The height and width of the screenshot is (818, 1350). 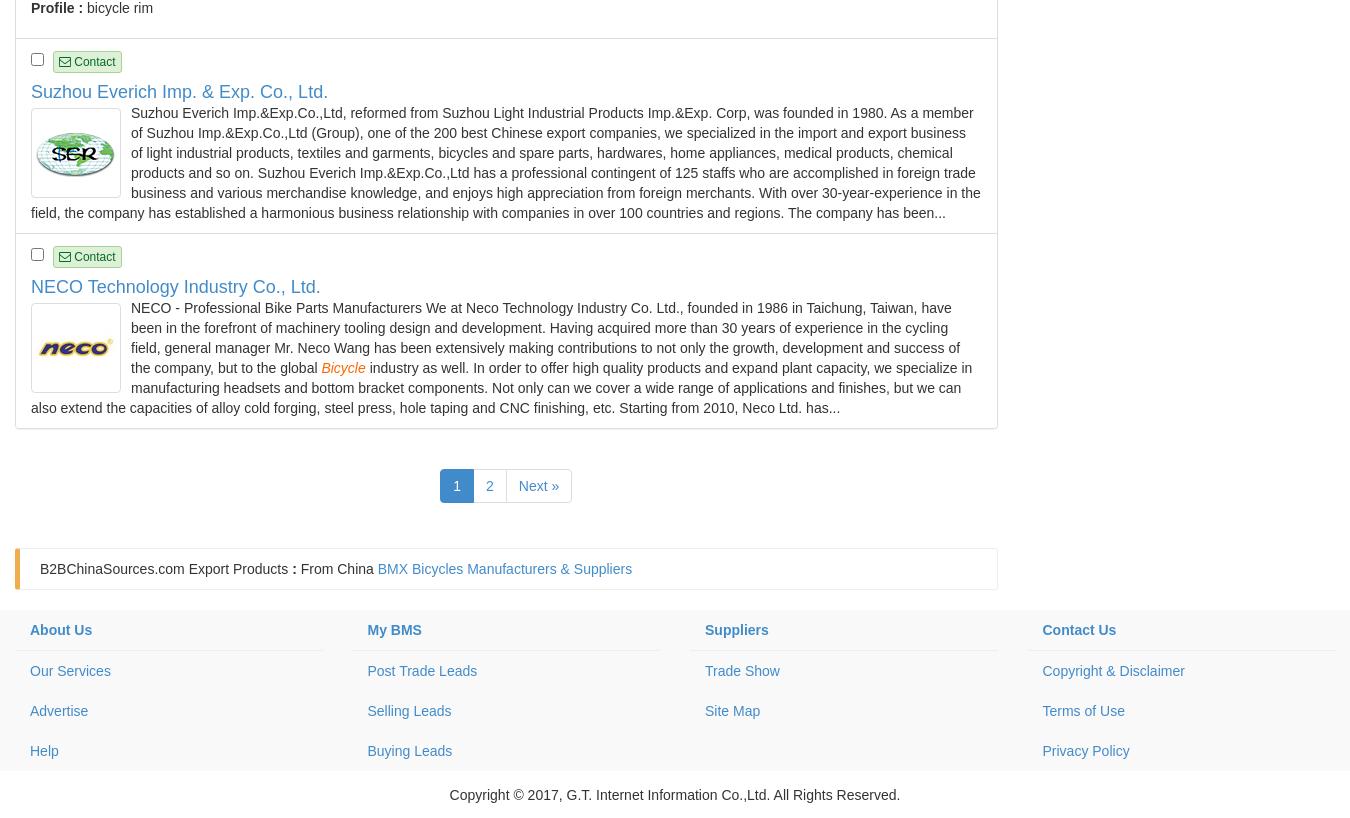 I want to click on 'Suppliers', so click(x=703, y=630).